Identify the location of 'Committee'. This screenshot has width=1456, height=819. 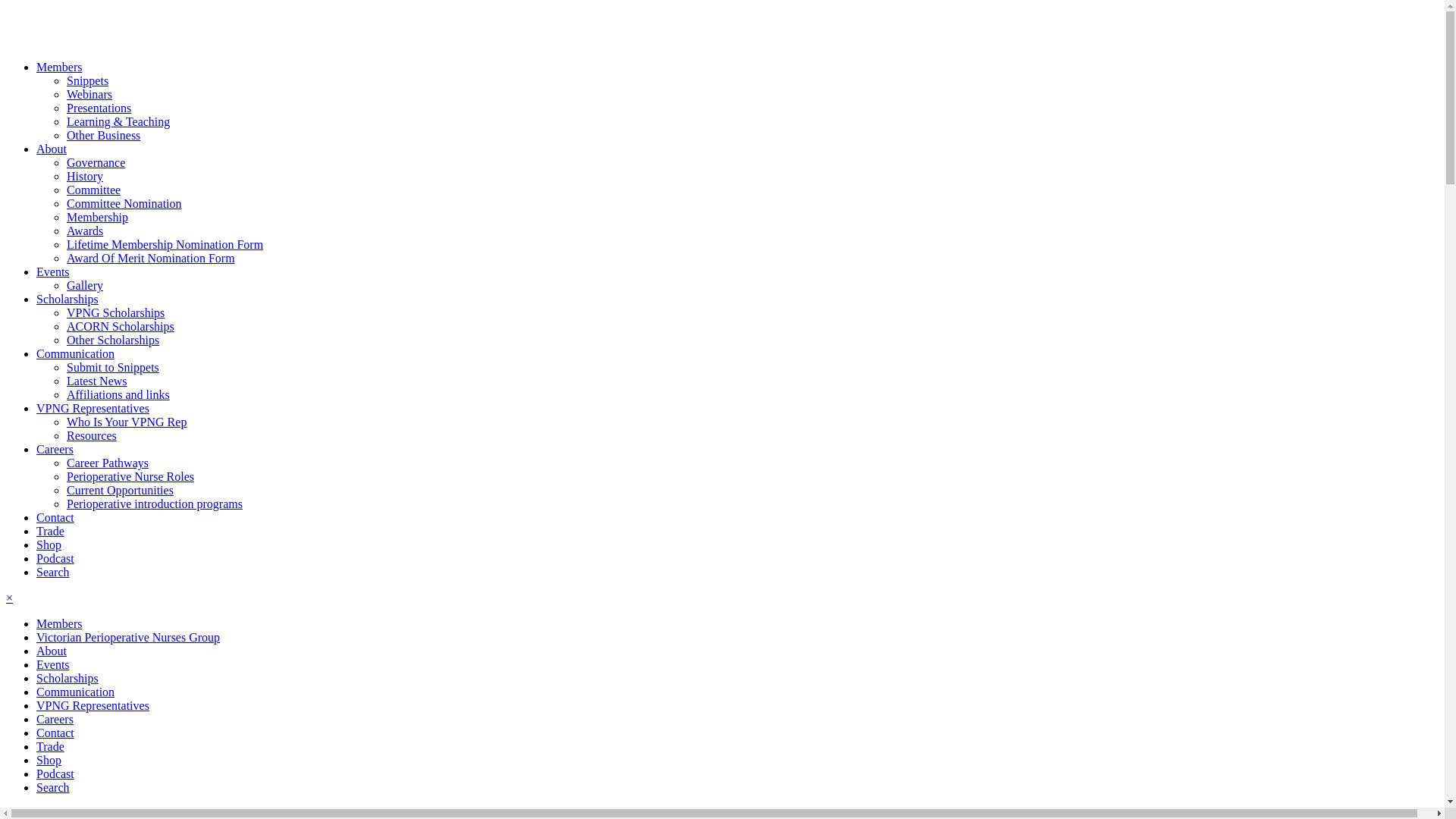
(93, 189).